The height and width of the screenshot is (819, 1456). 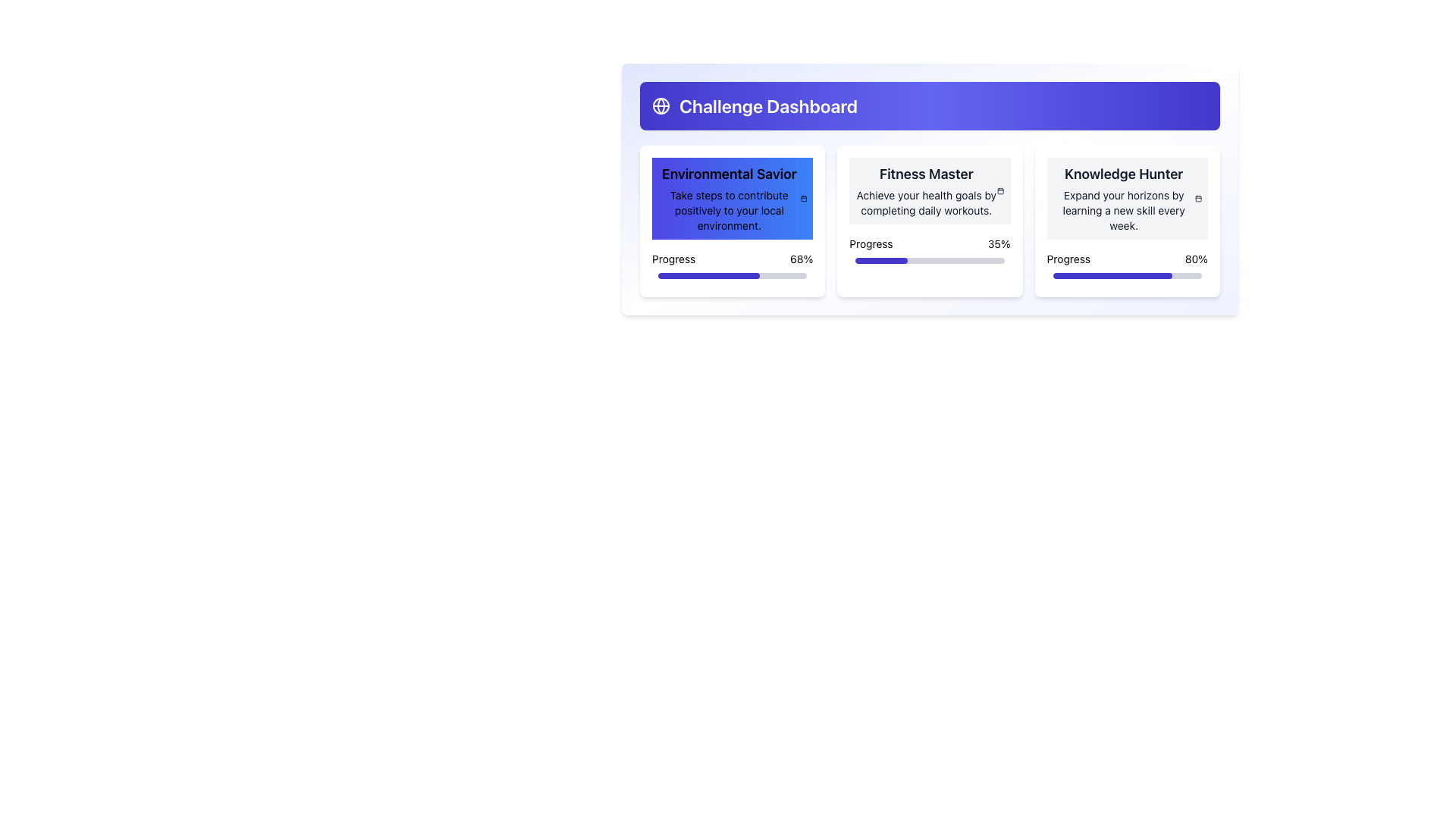 I want to click on the 'Progress' static text label, which is styled in a standard sans-serif font, appears in black, and is positioned to the left of the percentage ('80%') above a progress bar in the bottom section of the rightmost card, so click(x=1068, y=259).